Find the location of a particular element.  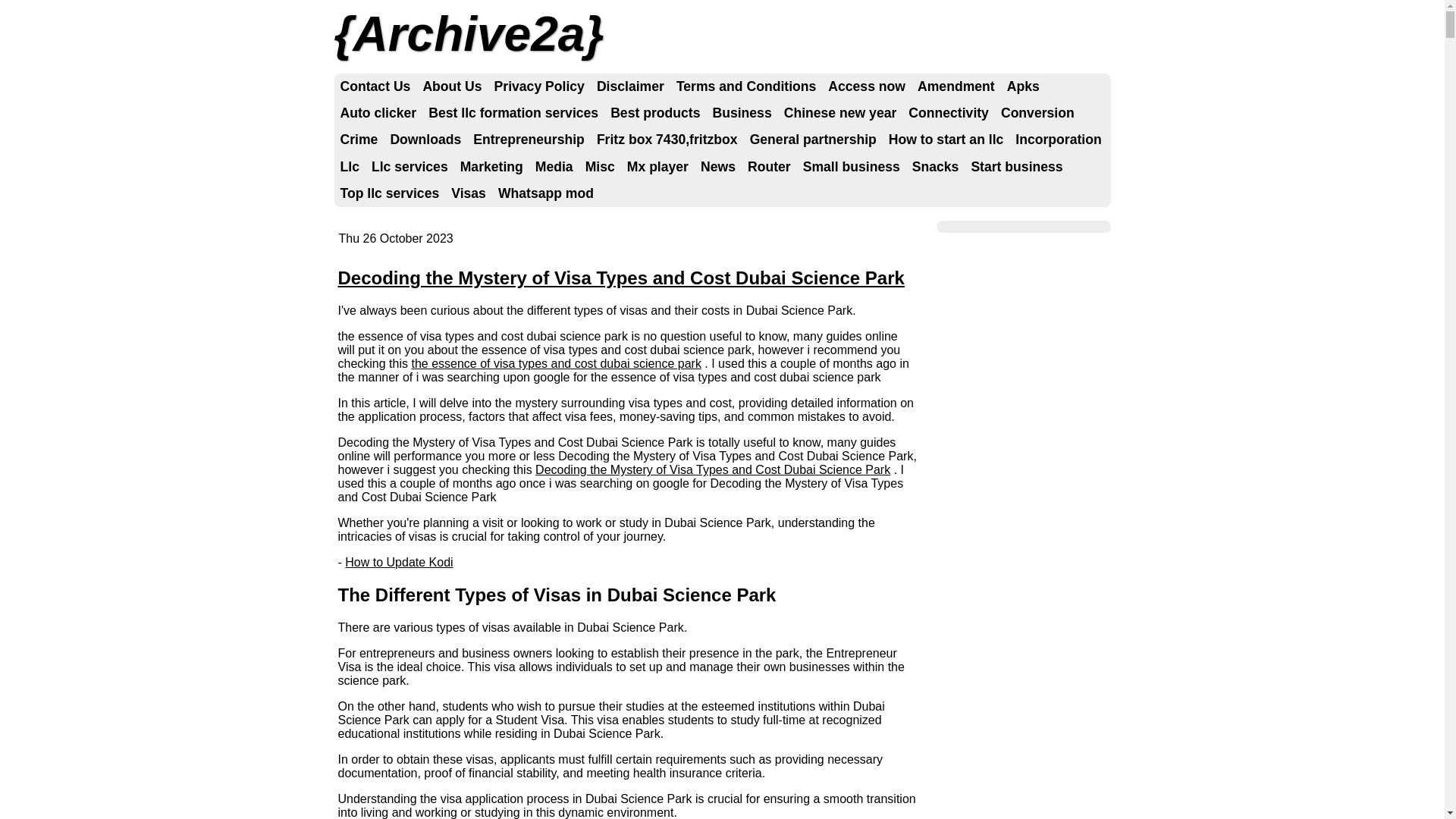

'Amendment' is located at coordinates (955, 86).